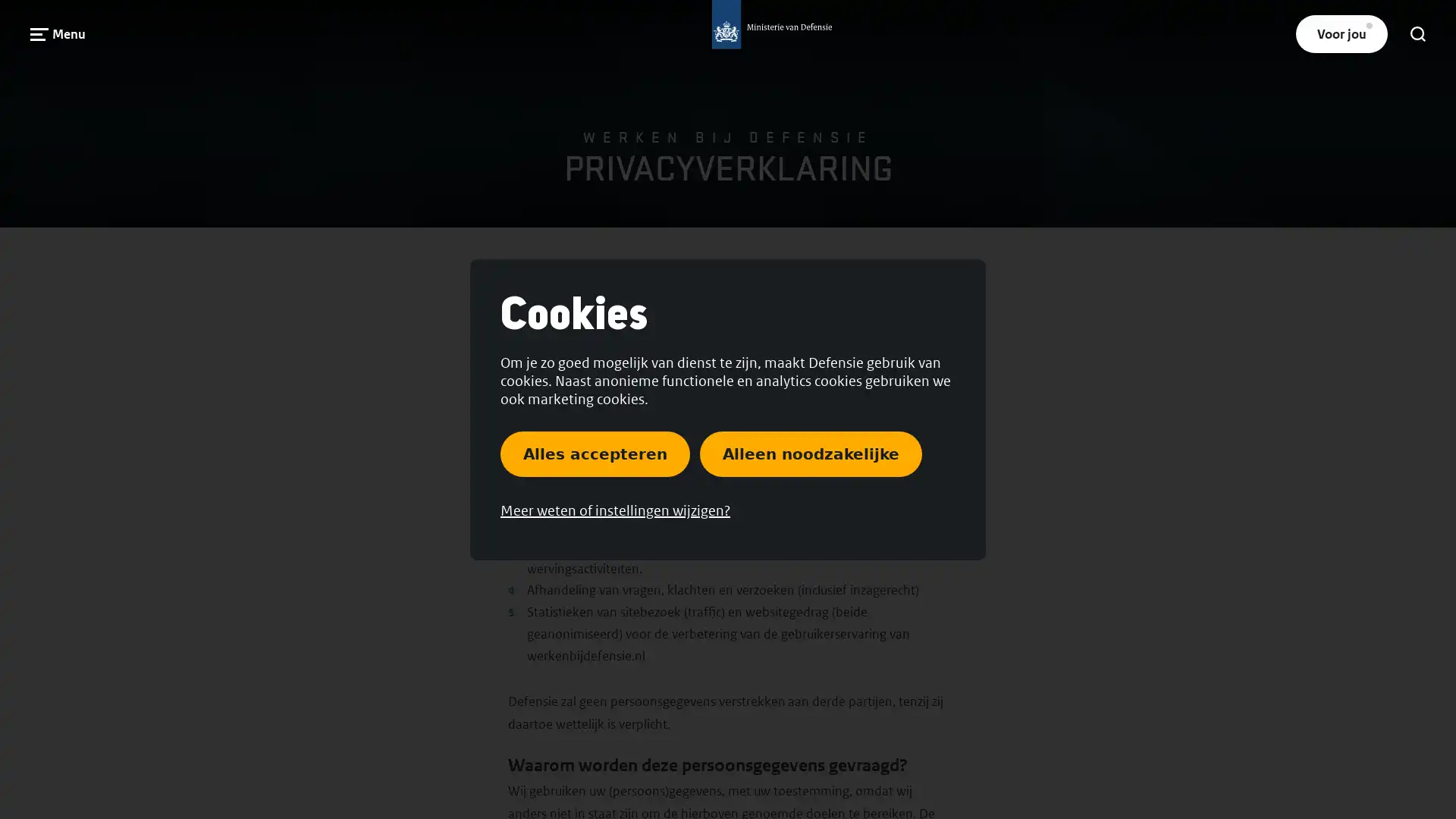 The image size is (1456, 819). What do you see at coordinates (595, 452) in the screenshot?
I see `Alles accepteren` at bounding box center [595, 452].